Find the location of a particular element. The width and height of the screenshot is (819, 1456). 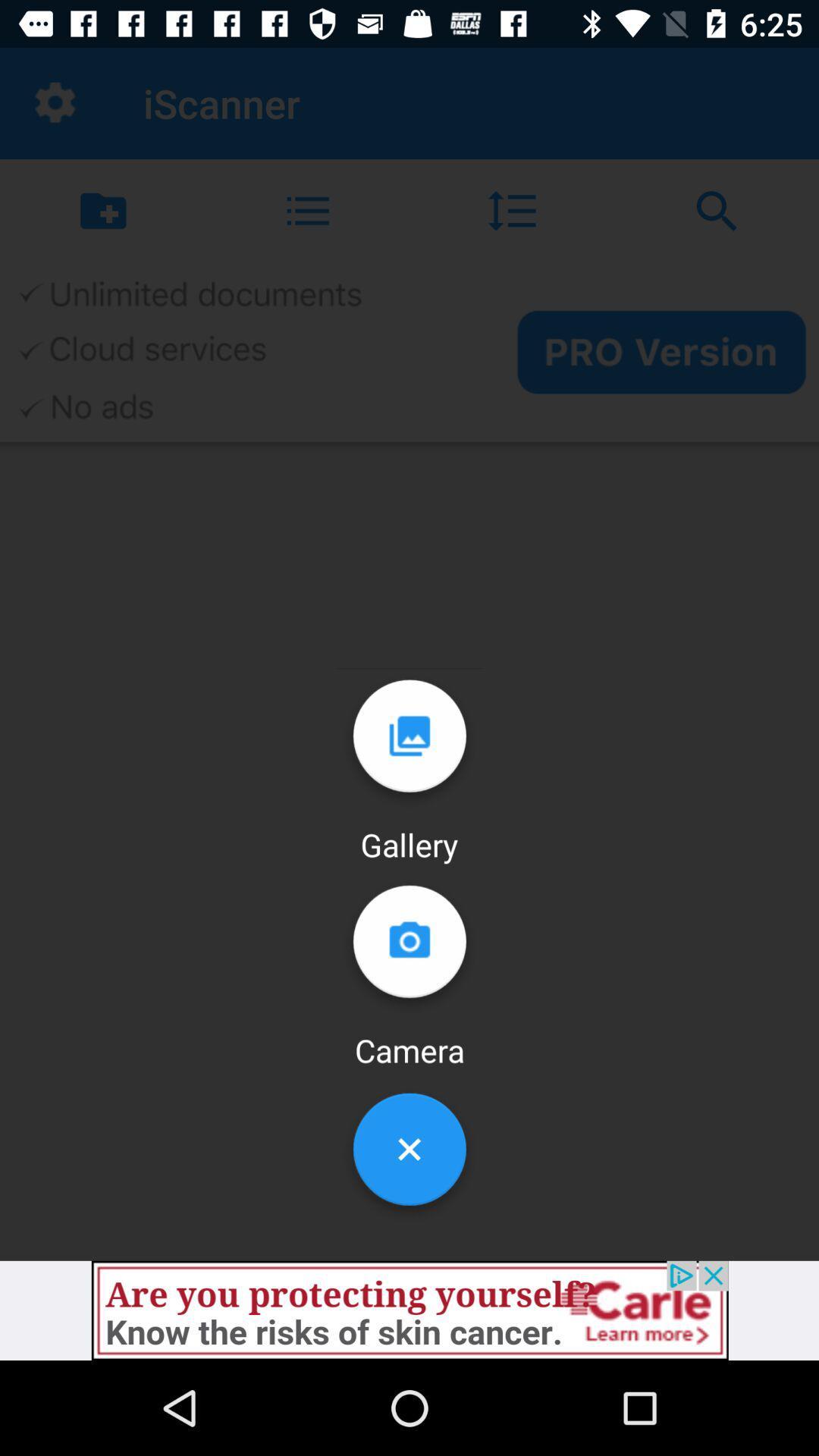

the swap icon is located at coordinates (717, 210).